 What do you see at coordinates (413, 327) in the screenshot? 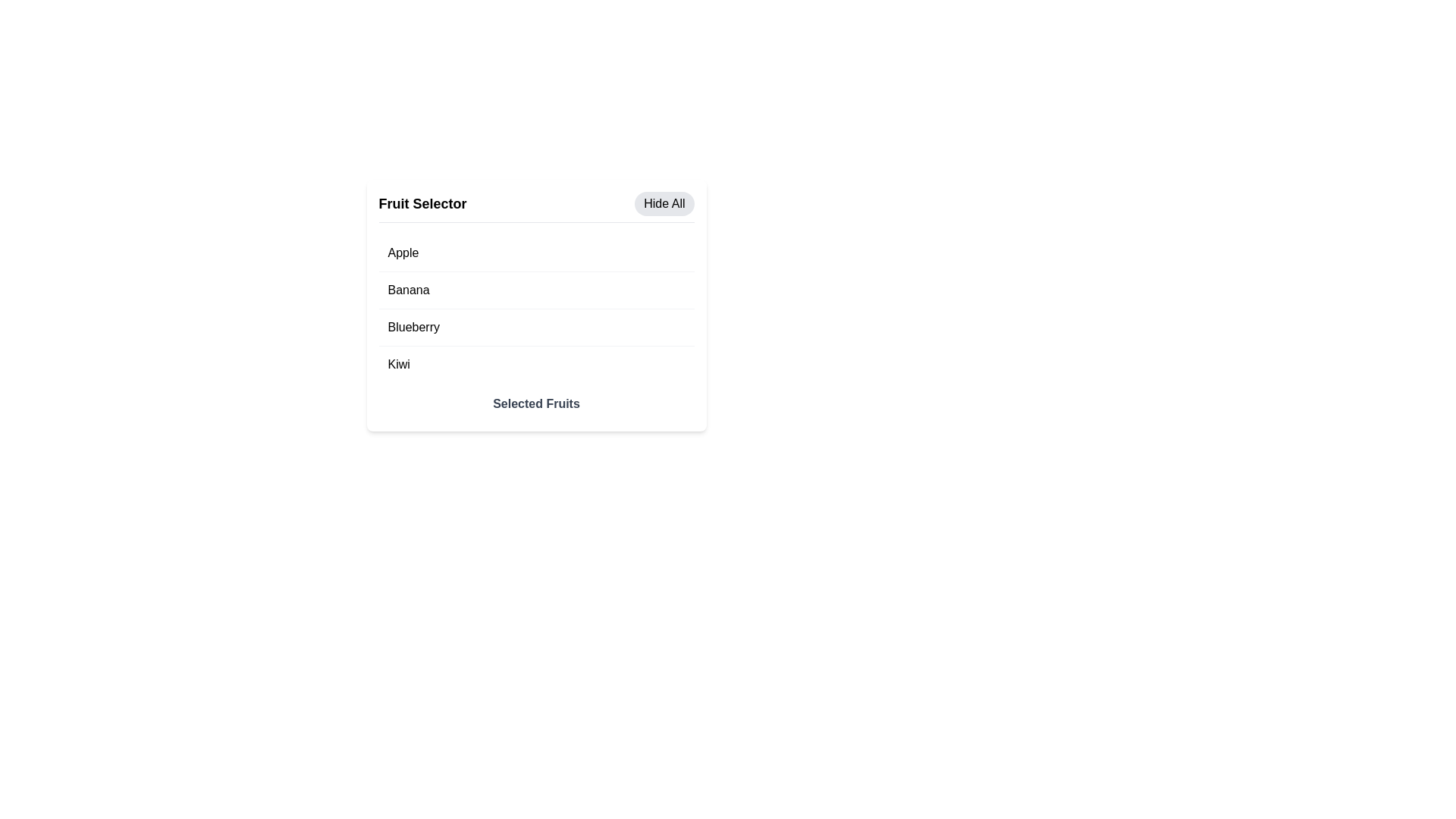
I see `the 'Apple' text label in the 'Fruit Selector' list` at bounding box center [413, 327].